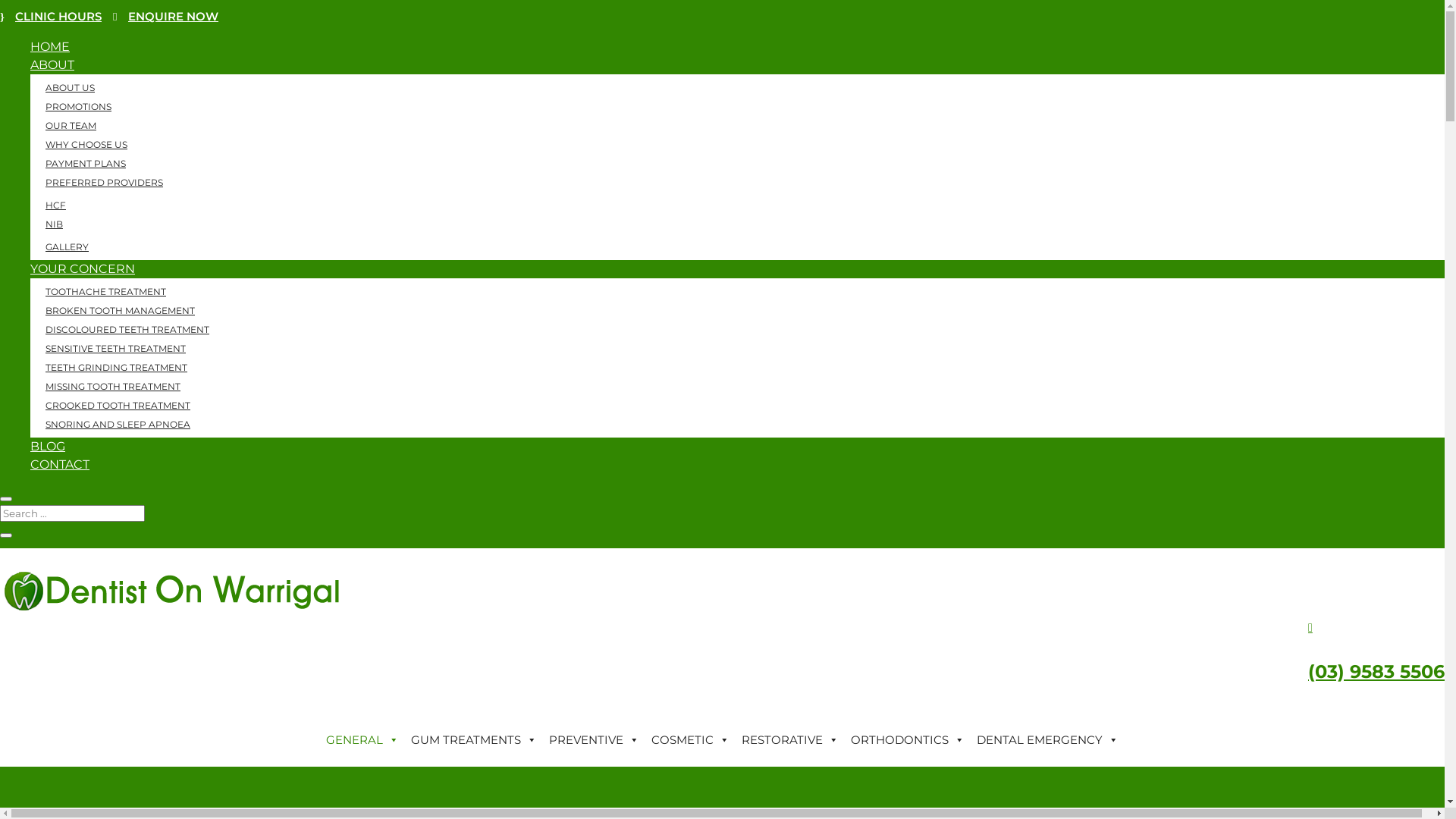  What do you see at coordinates (103, 181) in the screenshot?
I see `'PREFERRED PROVIDERS'` at bounding box center [103, 181].